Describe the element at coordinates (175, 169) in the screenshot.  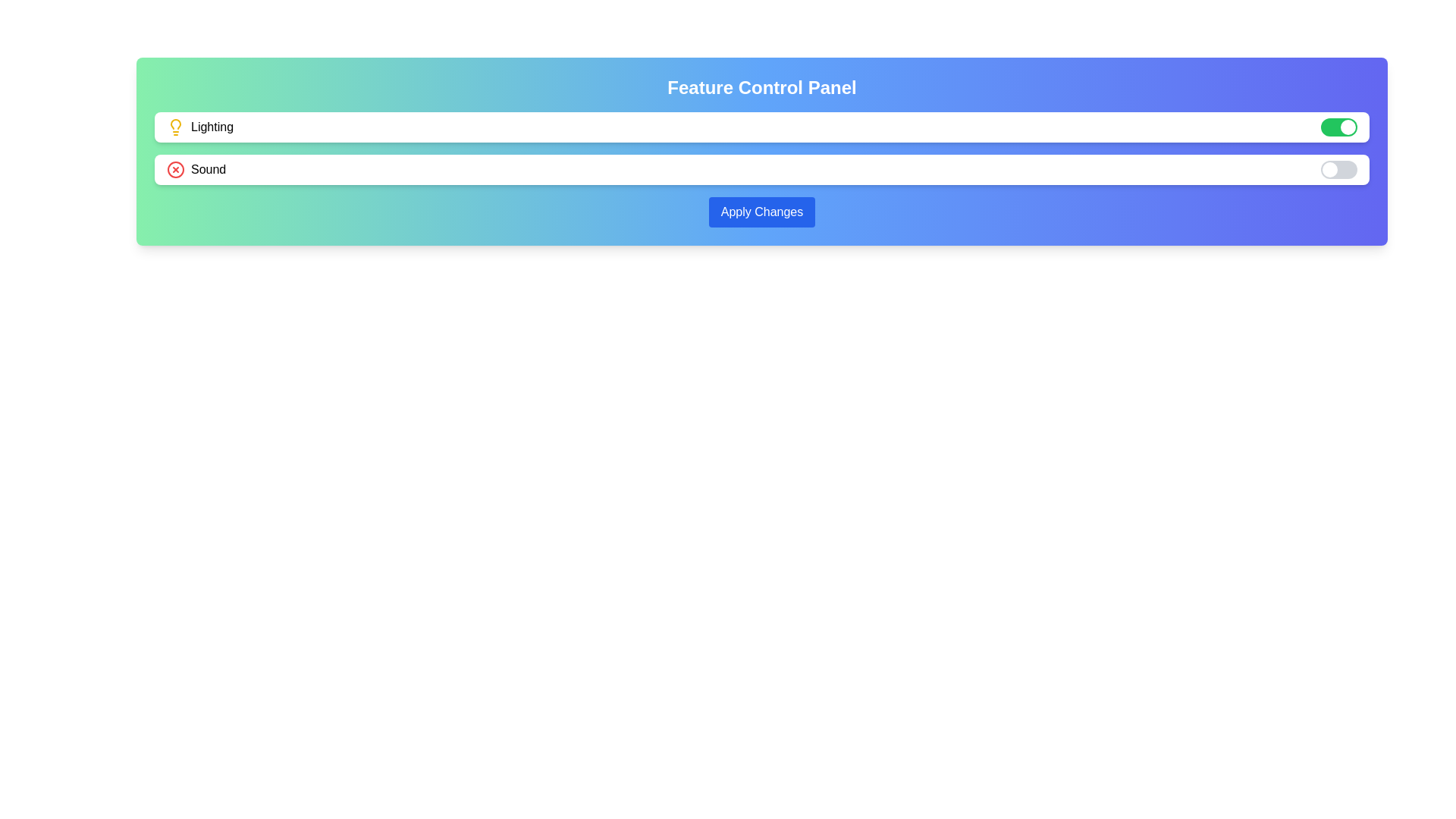
I see `the status icon indicating the 'Sound' feature, which is located to the immediate left of the 'Sound' text label in the second row of the Feature Control Panel, to possibly toggle or interact with it` at that location.